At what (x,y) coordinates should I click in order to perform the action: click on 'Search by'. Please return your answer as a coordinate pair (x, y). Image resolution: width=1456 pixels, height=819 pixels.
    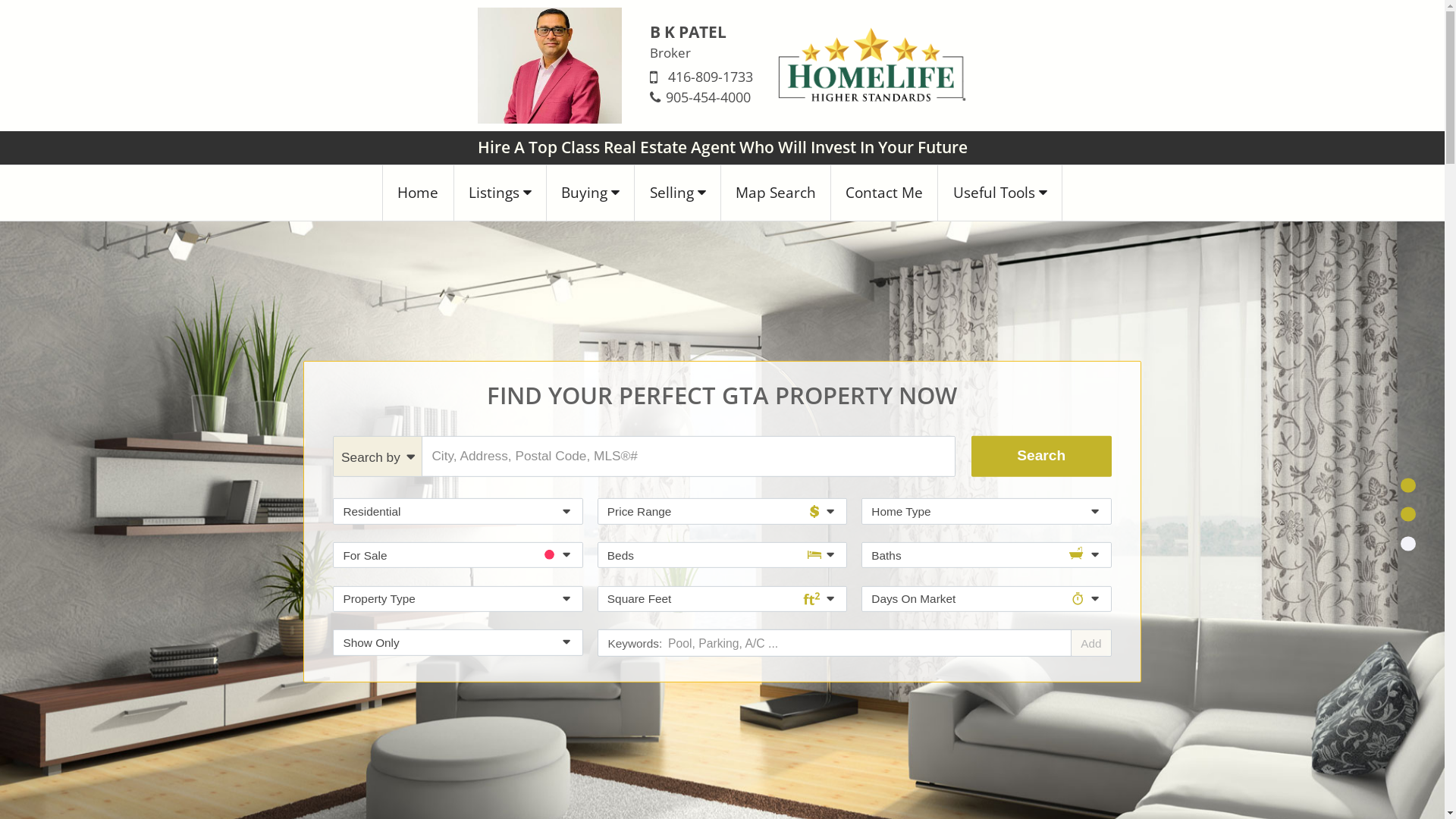
    Looking at the image, I should click on (378, 455).